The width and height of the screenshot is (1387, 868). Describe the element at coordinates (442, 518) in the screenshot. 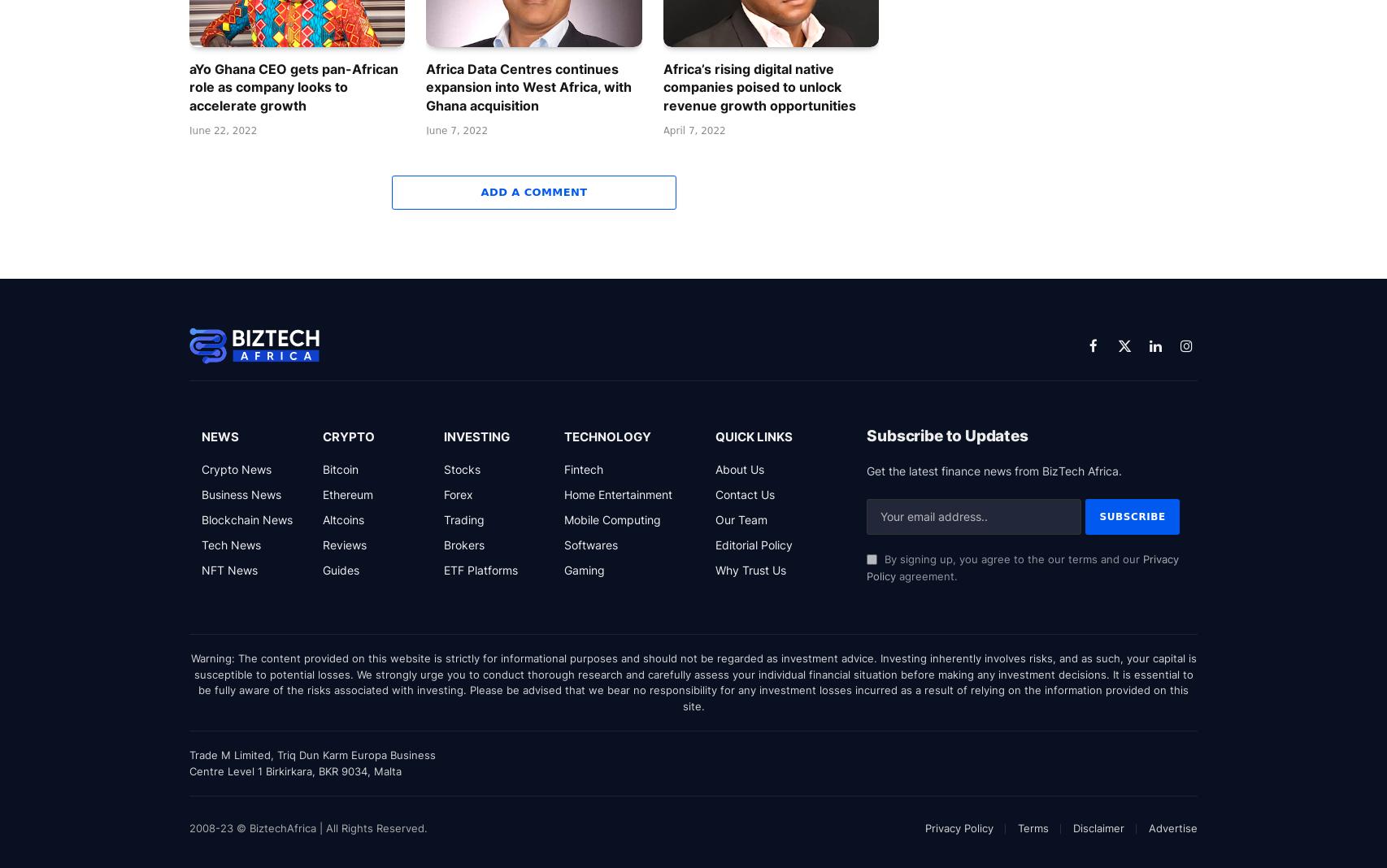

I see `'Trading'` at that location.